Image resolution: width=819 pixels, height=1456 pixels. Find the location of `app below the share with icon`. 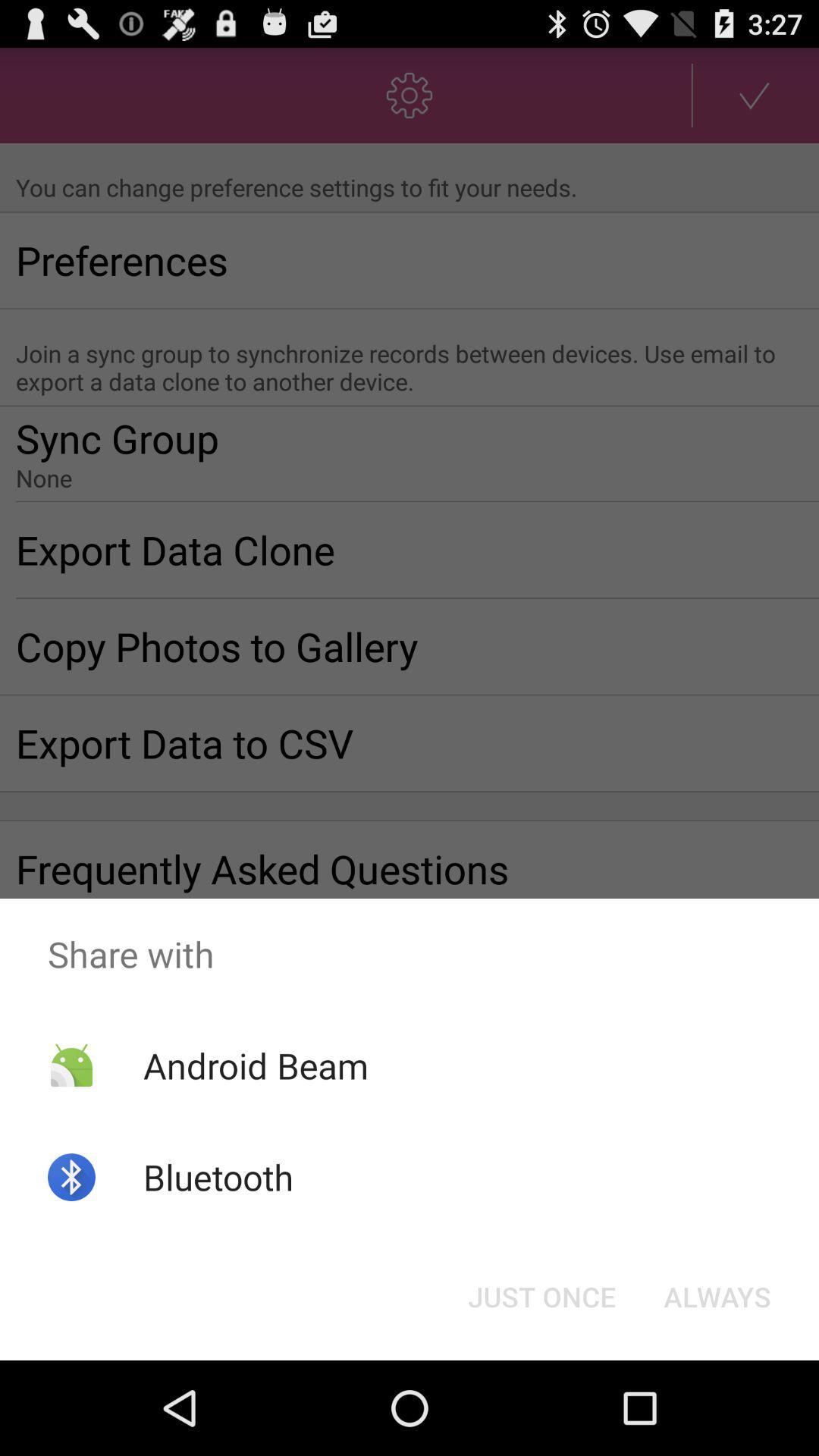

app below the share with icon is located at coordinates (541, 1295).